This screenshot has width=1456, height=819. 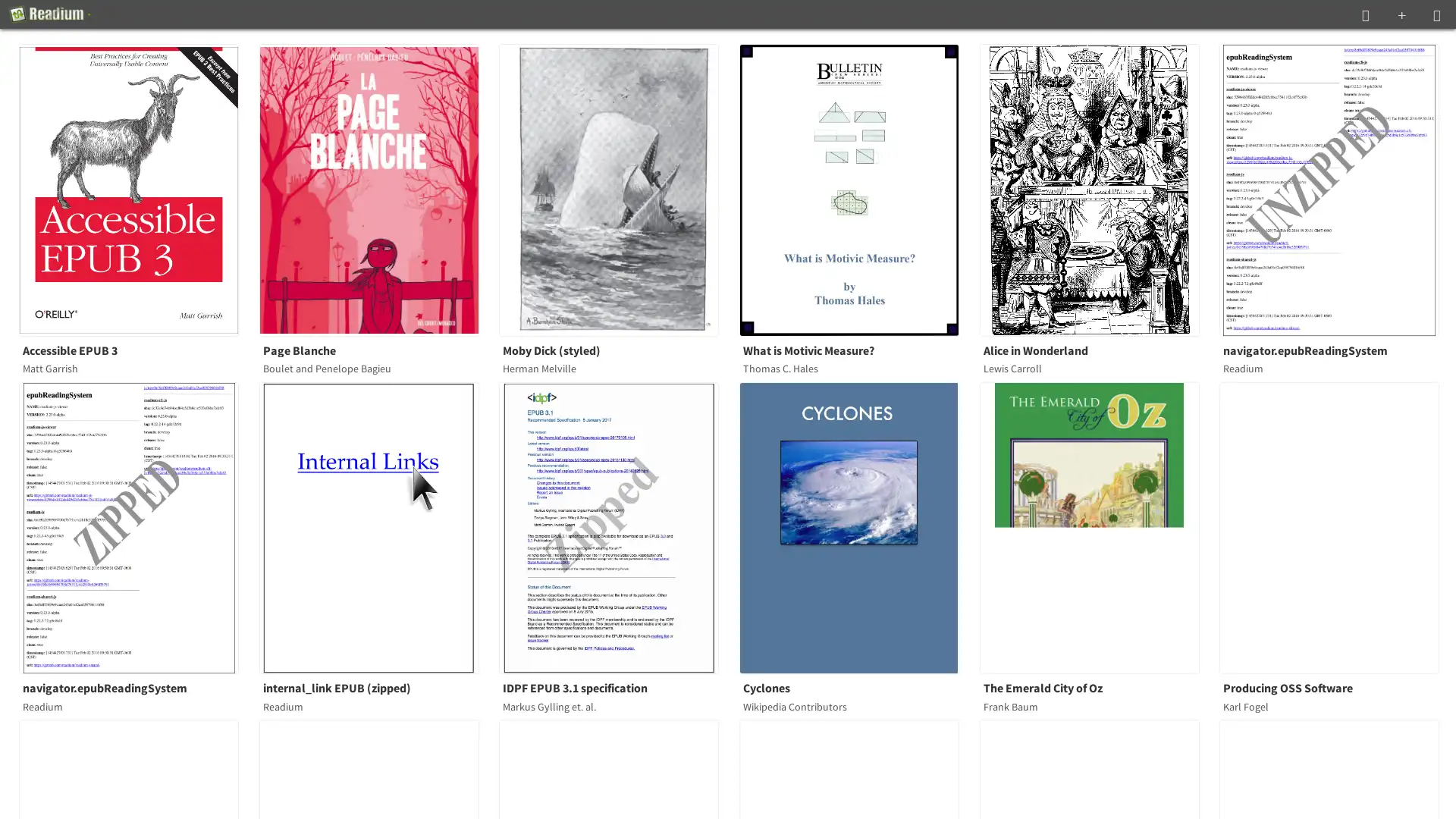 I want to click on (4) What is Motivic Measure?, so click(x=858, y=189).